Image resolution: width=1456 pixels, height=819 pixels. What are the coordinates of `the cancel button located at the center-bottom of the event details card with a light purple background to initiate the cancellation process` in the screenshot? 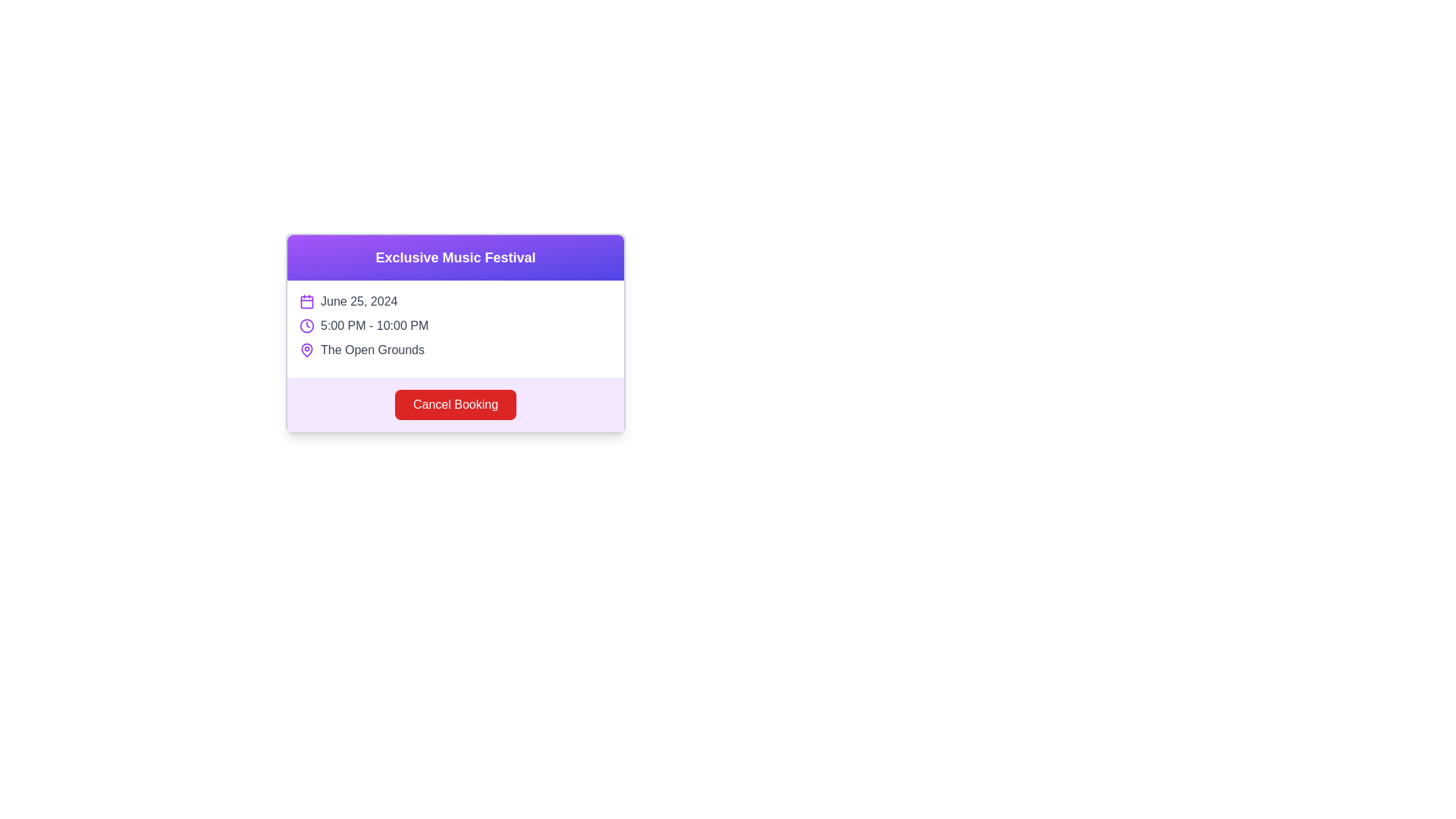 It's located at (454, 403).